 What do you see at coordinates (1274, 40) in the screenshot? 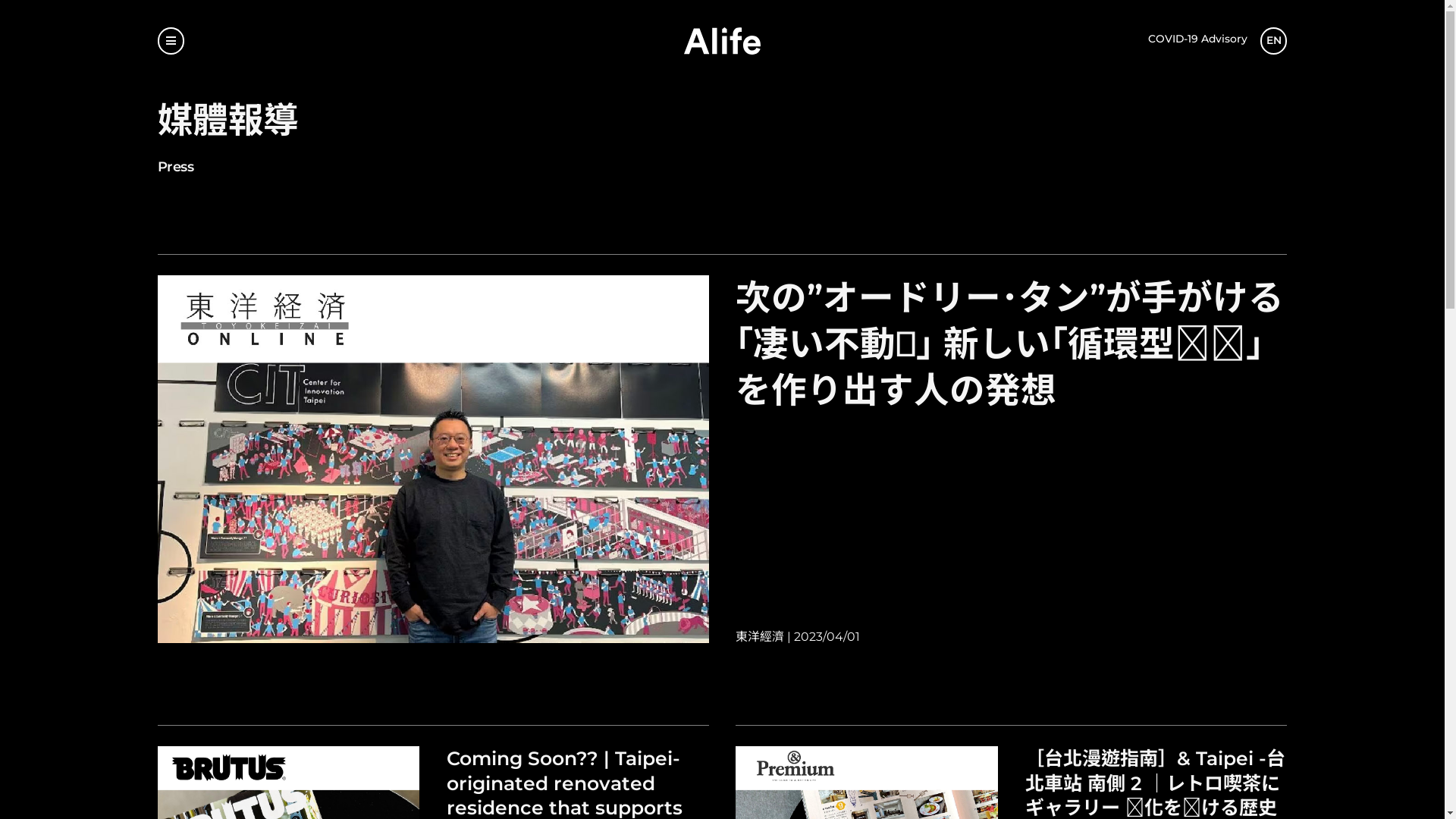
I see `'EN'` at bounding box center [1274, 40].